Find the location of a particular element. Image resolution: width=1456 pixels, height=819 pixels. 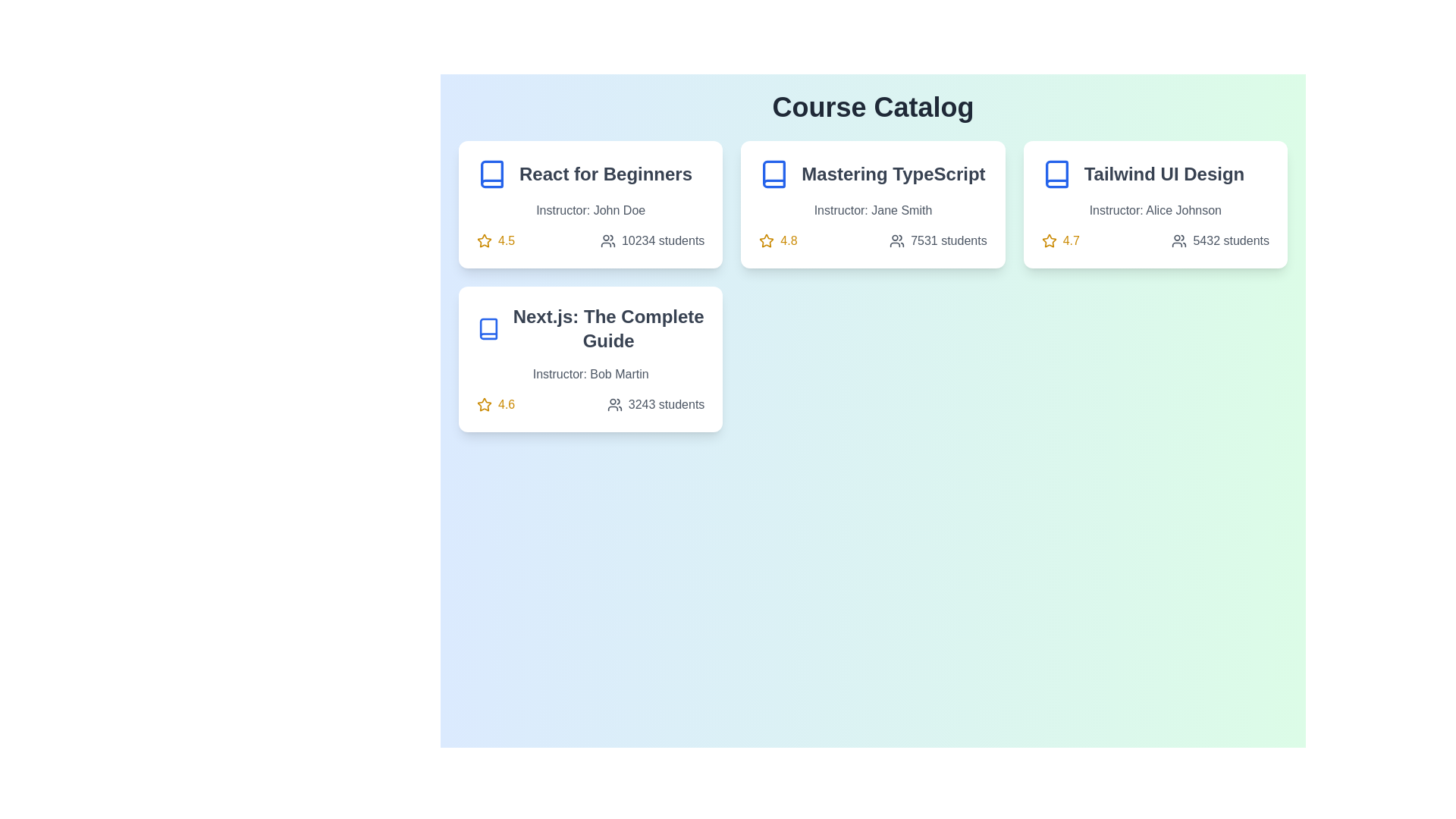

text 'Next.js: The Complete Guide' styled in a bold large font, located in the lower-left card of the grid view under the heading 'Course Catalog' is located at coordinates (608, 328).